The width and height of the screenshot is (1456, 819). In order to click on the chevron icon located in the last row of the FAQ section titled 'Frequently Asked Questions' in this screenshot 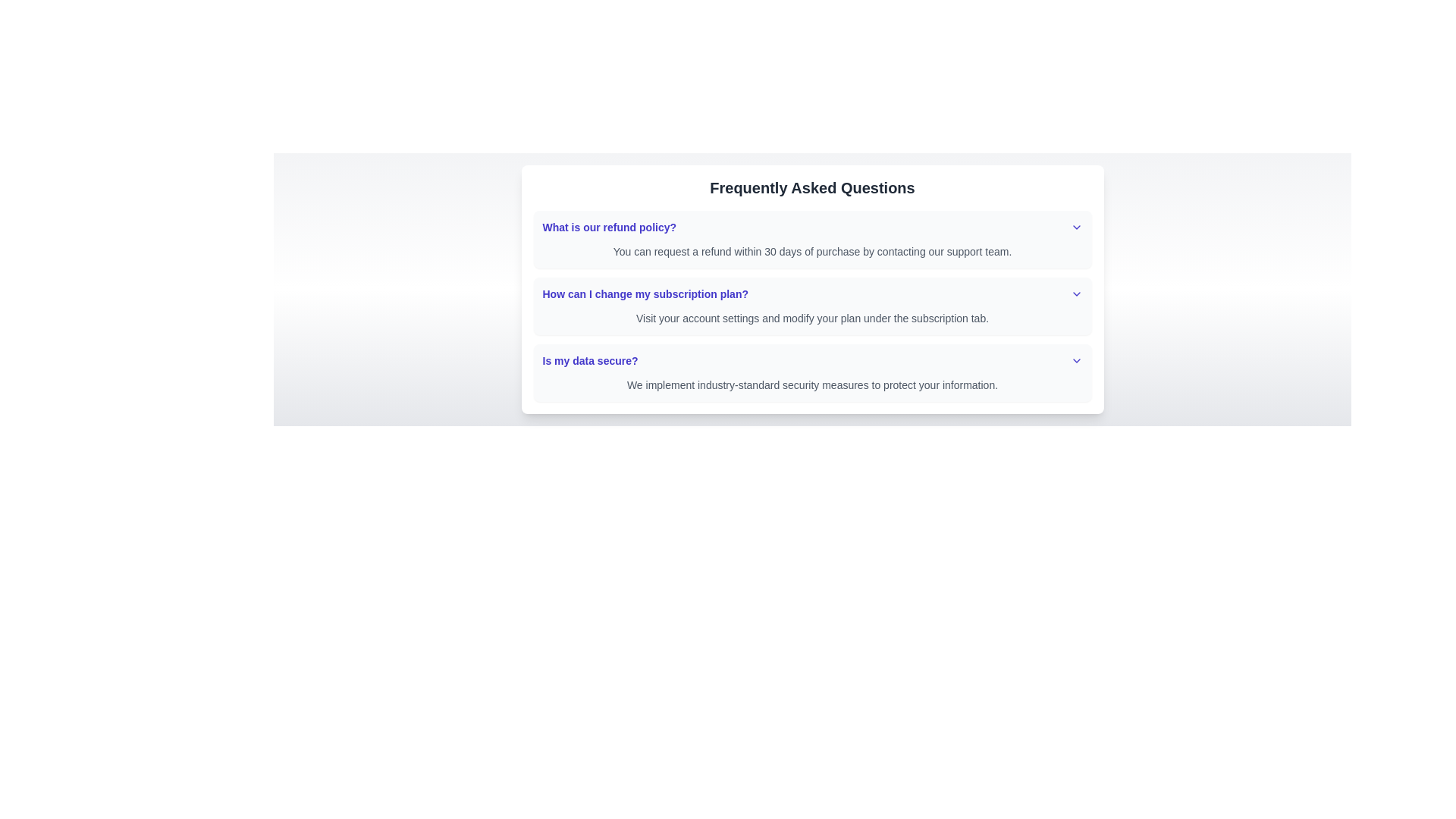, I will do `click(1075, 360)`.